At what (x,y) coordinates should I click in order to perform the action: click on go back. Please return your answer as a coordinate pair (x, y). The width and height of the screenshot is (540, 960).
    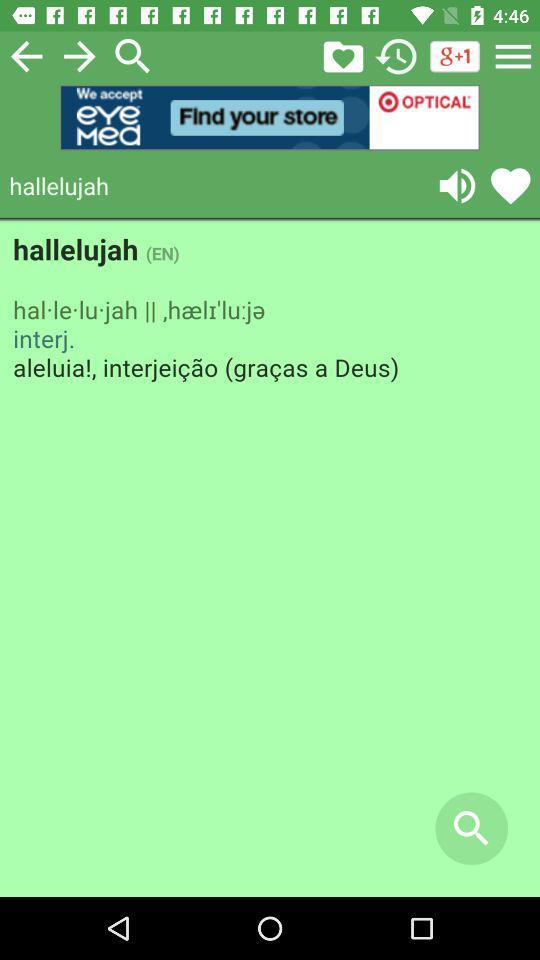
    Looking at the image, I should click on (25, 55).